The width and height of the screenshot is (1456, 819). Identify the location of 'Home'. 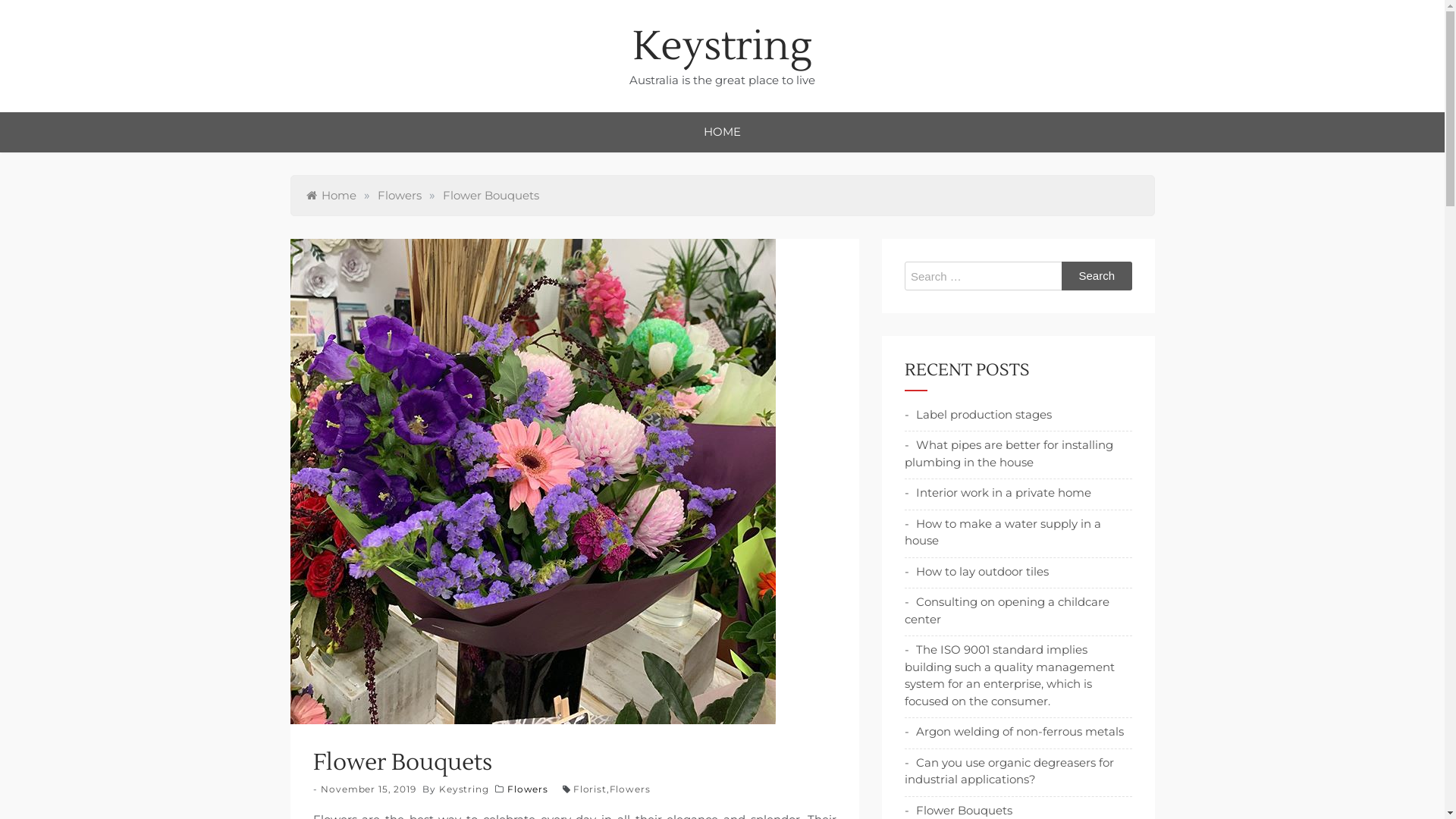
(330, 194).